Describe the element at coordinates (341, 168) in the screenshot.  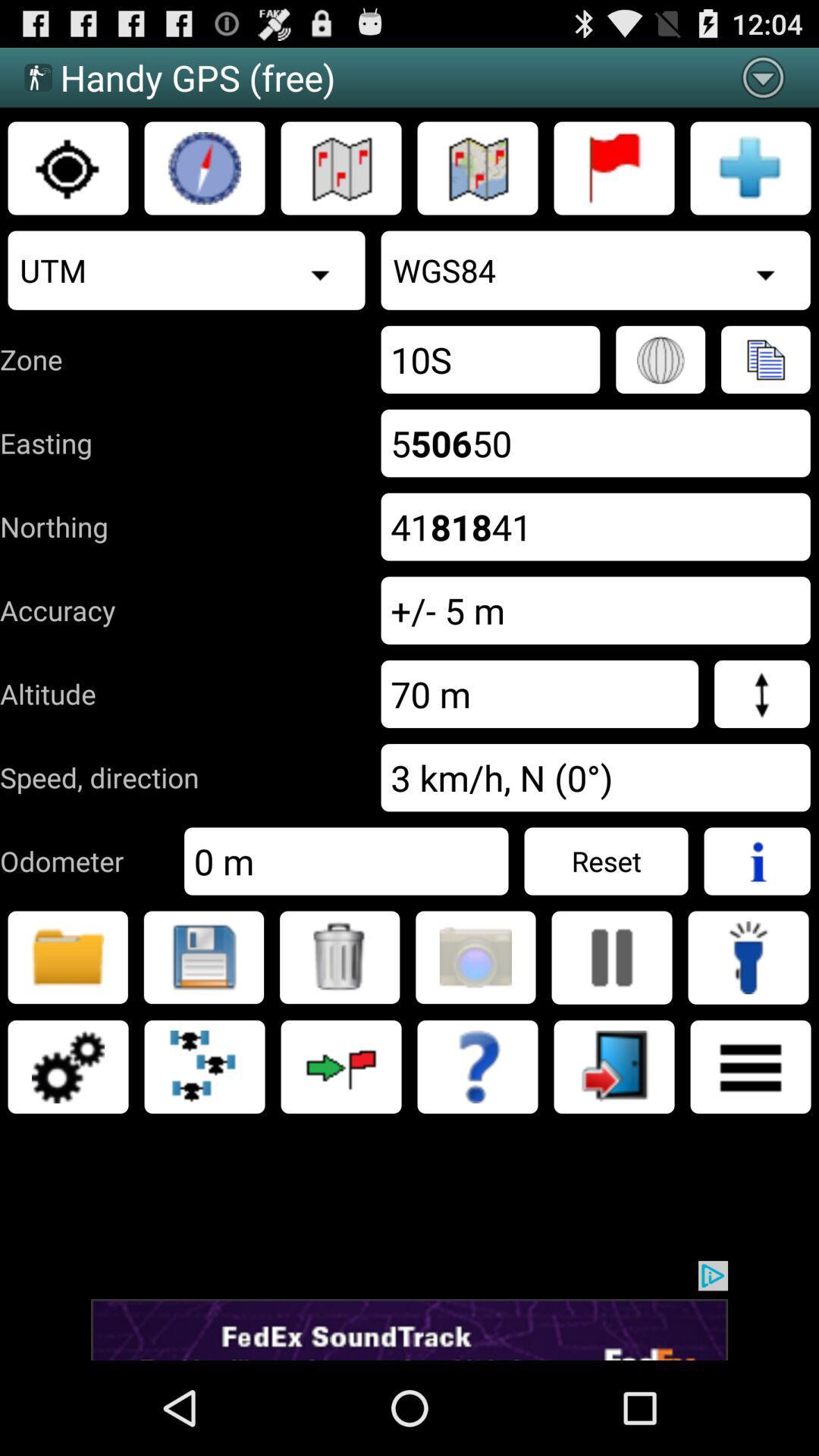
I see `go to map` at that location.